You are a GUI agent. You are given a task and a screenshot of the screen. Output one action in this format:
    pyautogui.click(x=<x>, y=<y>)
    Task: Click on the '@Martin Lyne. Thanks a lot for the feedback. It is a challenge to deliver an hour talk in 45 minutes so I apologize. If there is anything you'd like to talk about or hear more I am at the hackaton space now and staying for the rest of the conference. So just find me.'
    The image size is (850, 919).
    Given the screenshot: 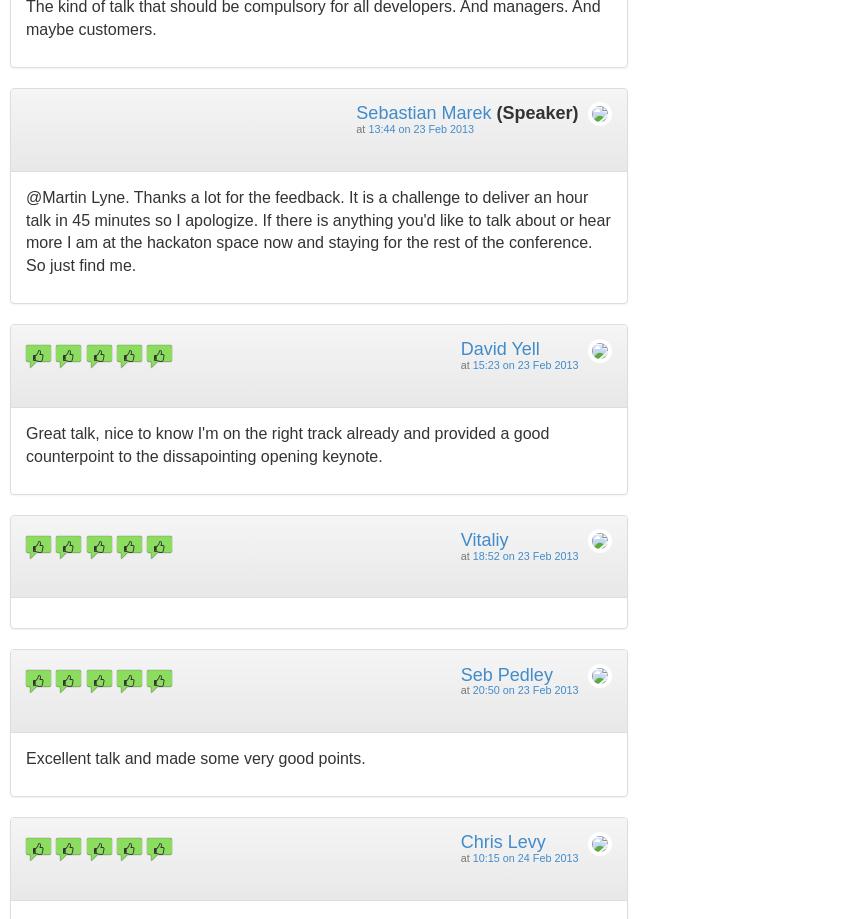 What is the action you would take?
    pyautogui.click(x=25, y=231)
    